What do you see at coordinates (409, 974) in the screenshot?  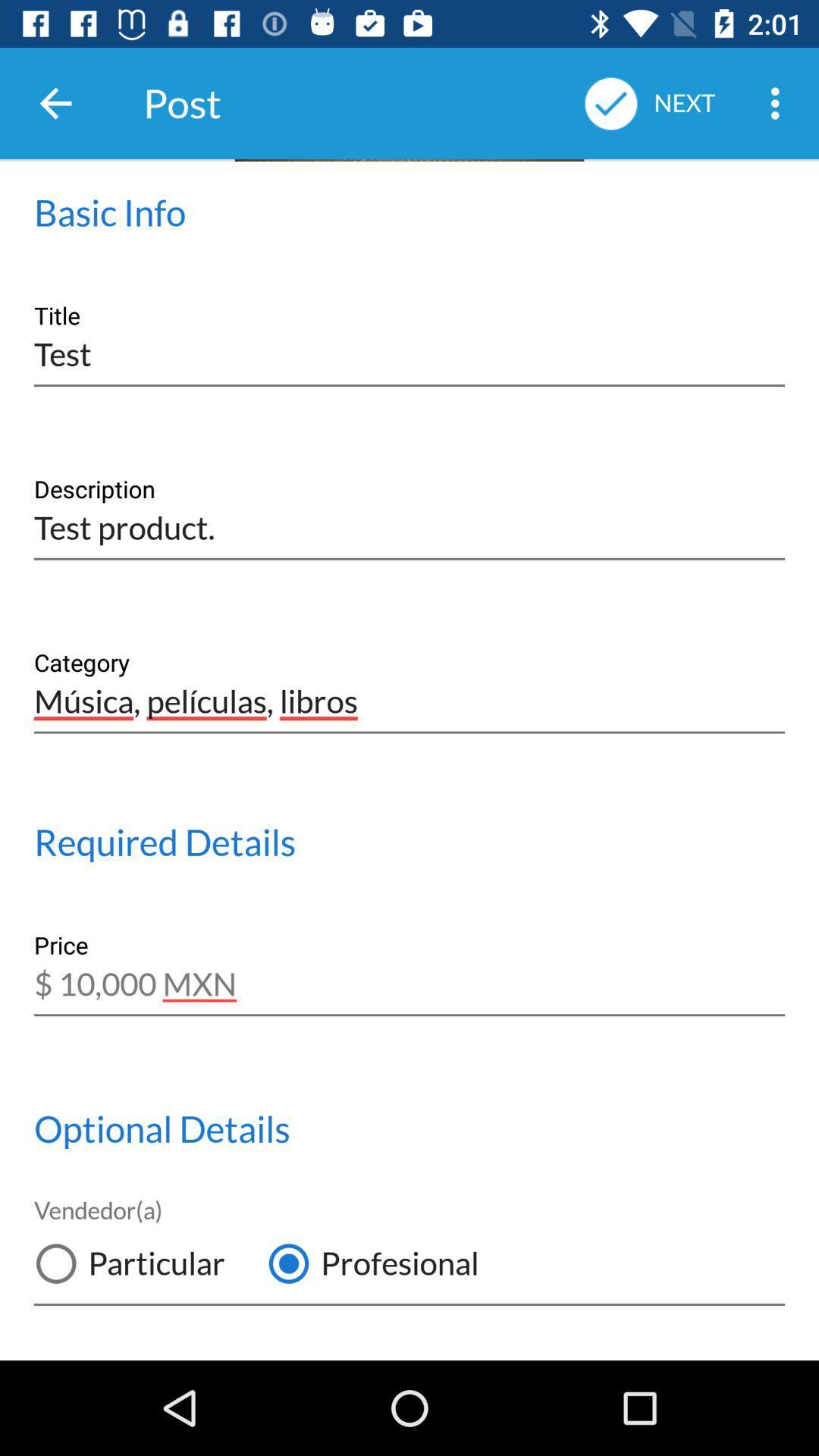 I see `the option below required details` at bounding box center [409, 974].